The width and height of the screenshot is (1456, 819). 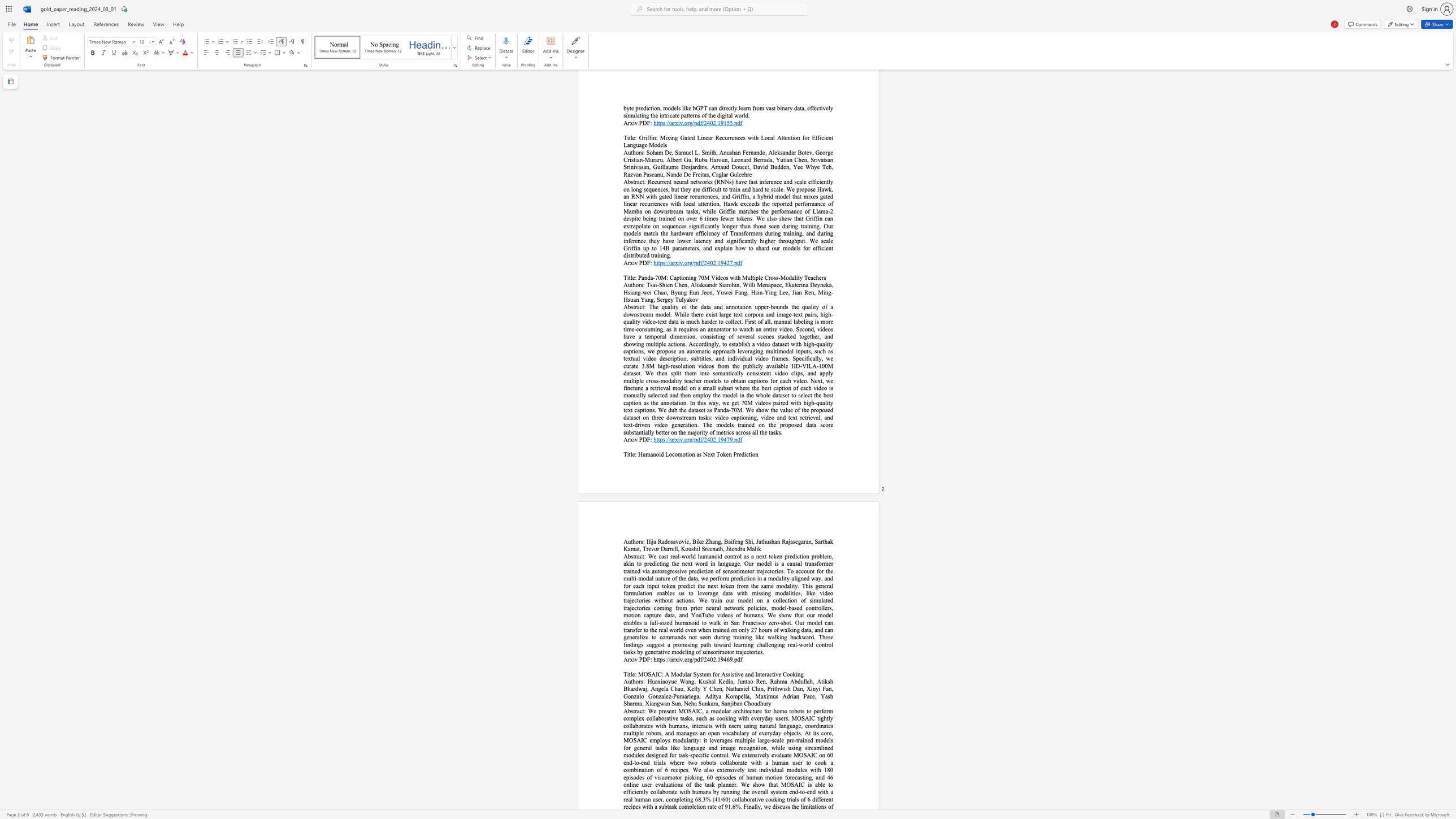 What do you see at coordinates (645, 454) in the screenshot?
I see `the subset text "manoid Locomotio" within the text "Humanoid Locomotion as Next Token Prediction"` at bounding box center [645, 454].